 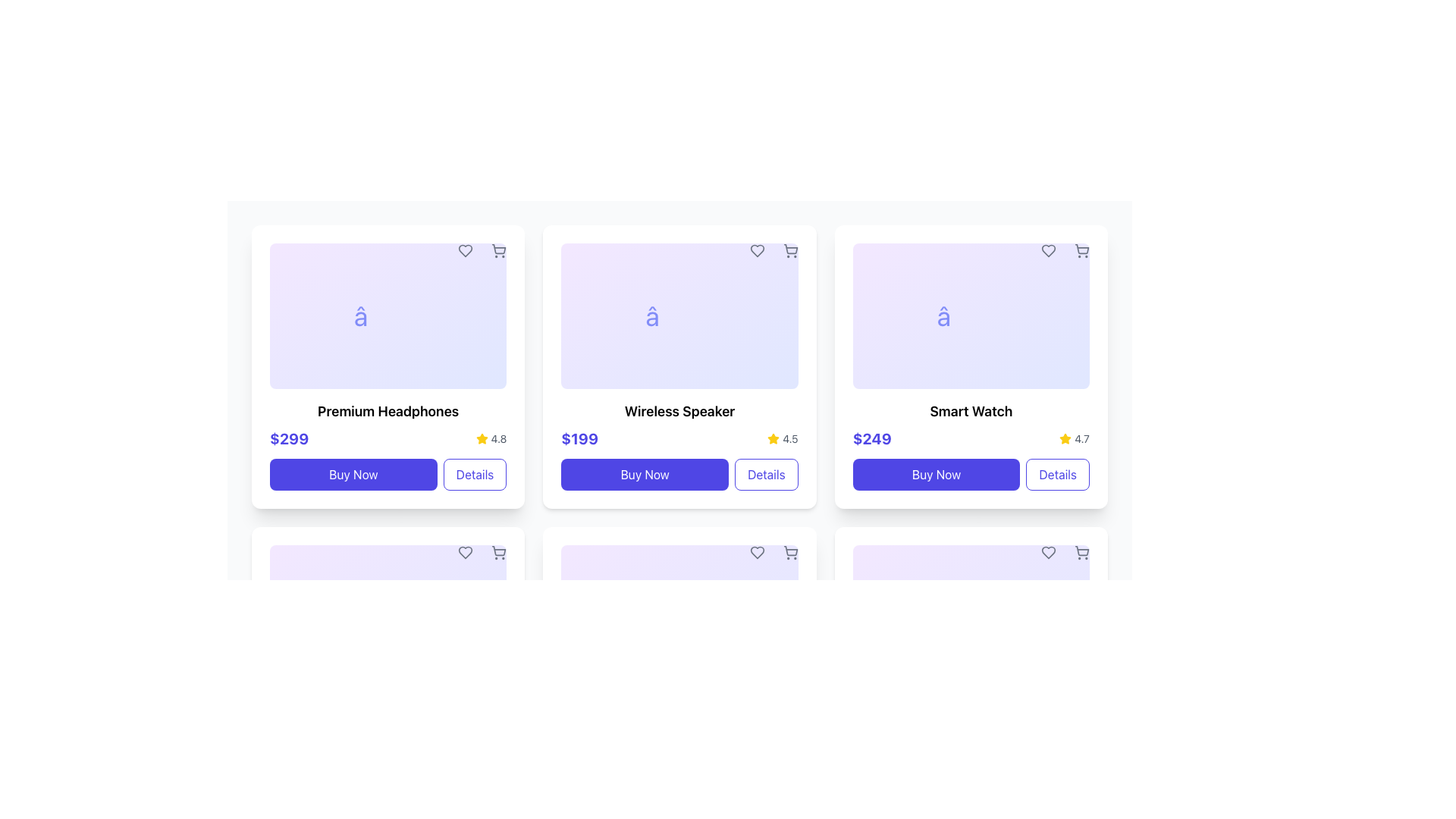 I want to click on the decorative textual component inside the card labeled 'Wireless Speaker', which is centrally aligned in the gradient area at the top of the card, so click(x=679, y=315).